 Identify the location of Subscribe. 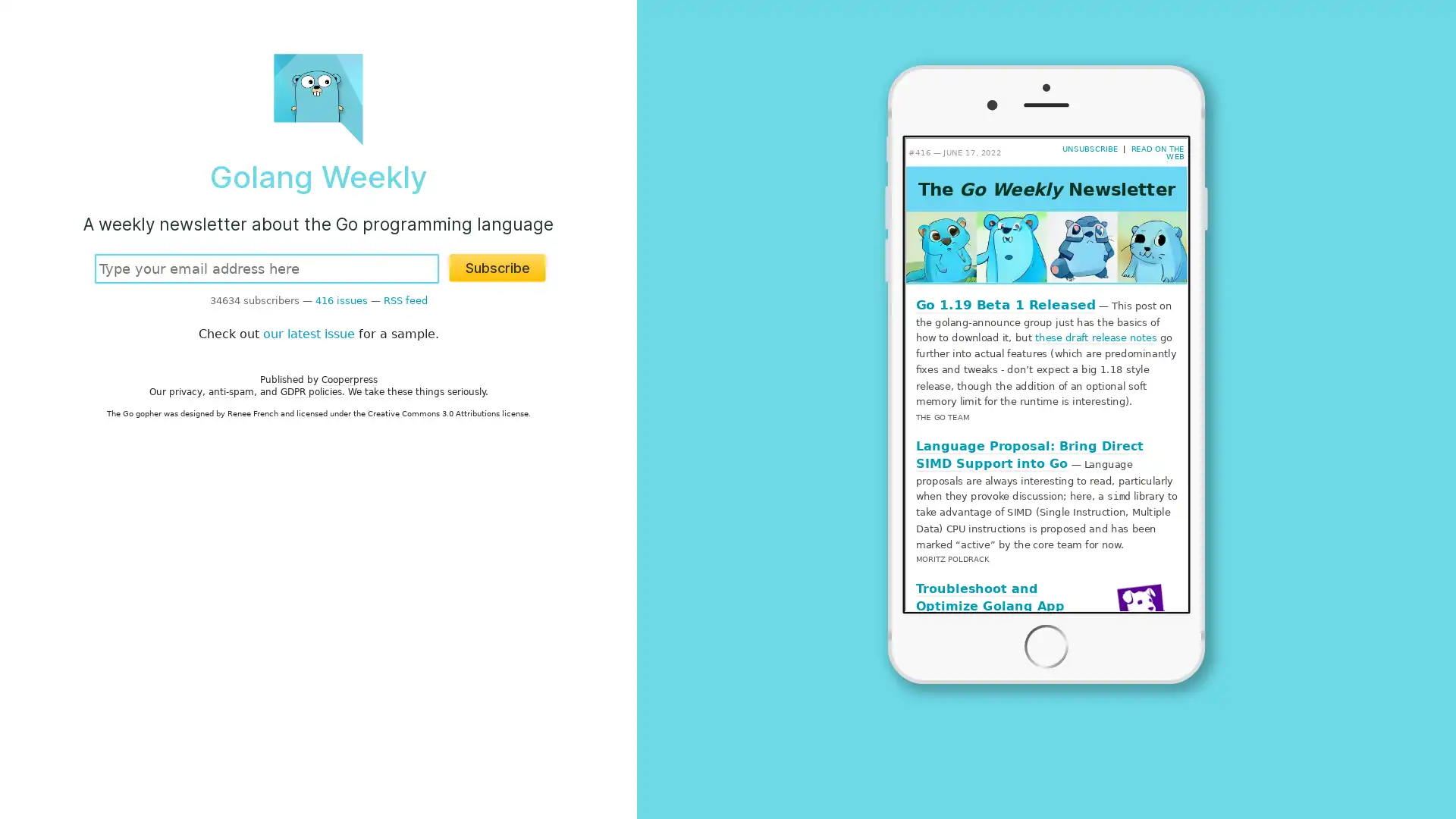
(497, 266).